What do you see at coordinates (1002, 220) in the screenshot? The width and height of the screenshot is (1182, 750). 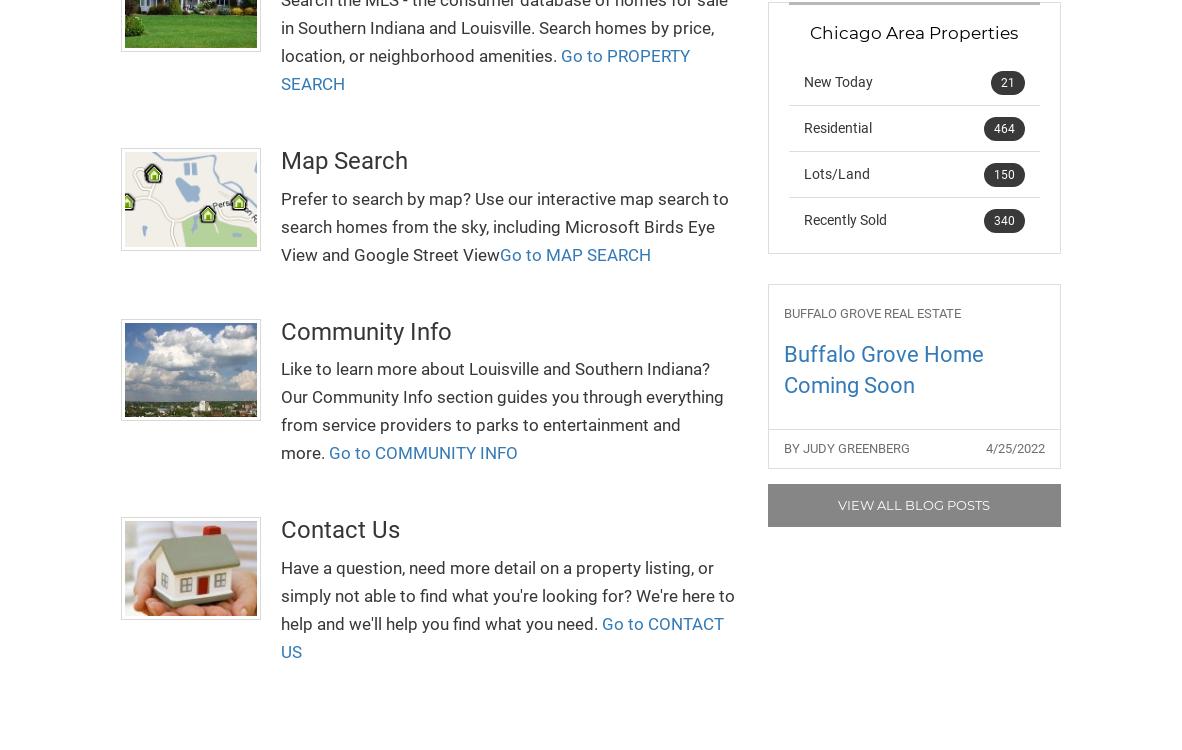 I see `'340'` at bounding box center [1002, 220].